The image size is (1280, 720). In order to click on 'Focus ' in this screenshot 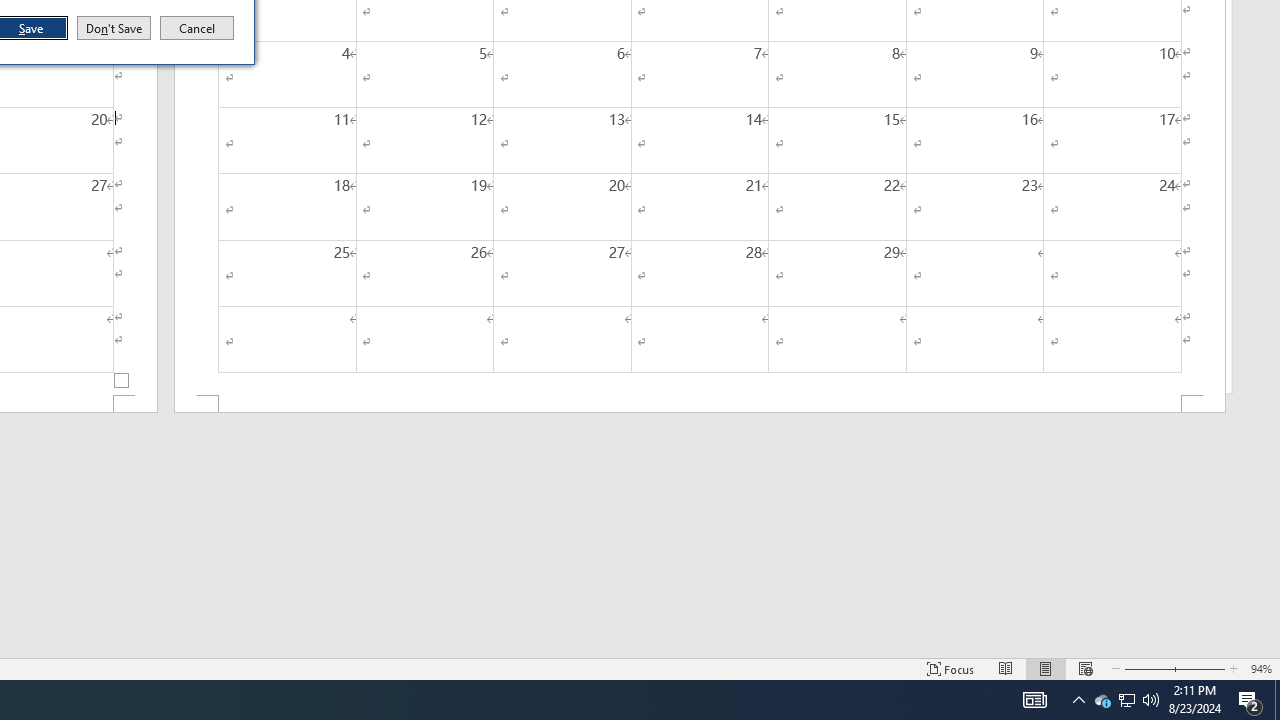, I will do `click(950, 669)`.